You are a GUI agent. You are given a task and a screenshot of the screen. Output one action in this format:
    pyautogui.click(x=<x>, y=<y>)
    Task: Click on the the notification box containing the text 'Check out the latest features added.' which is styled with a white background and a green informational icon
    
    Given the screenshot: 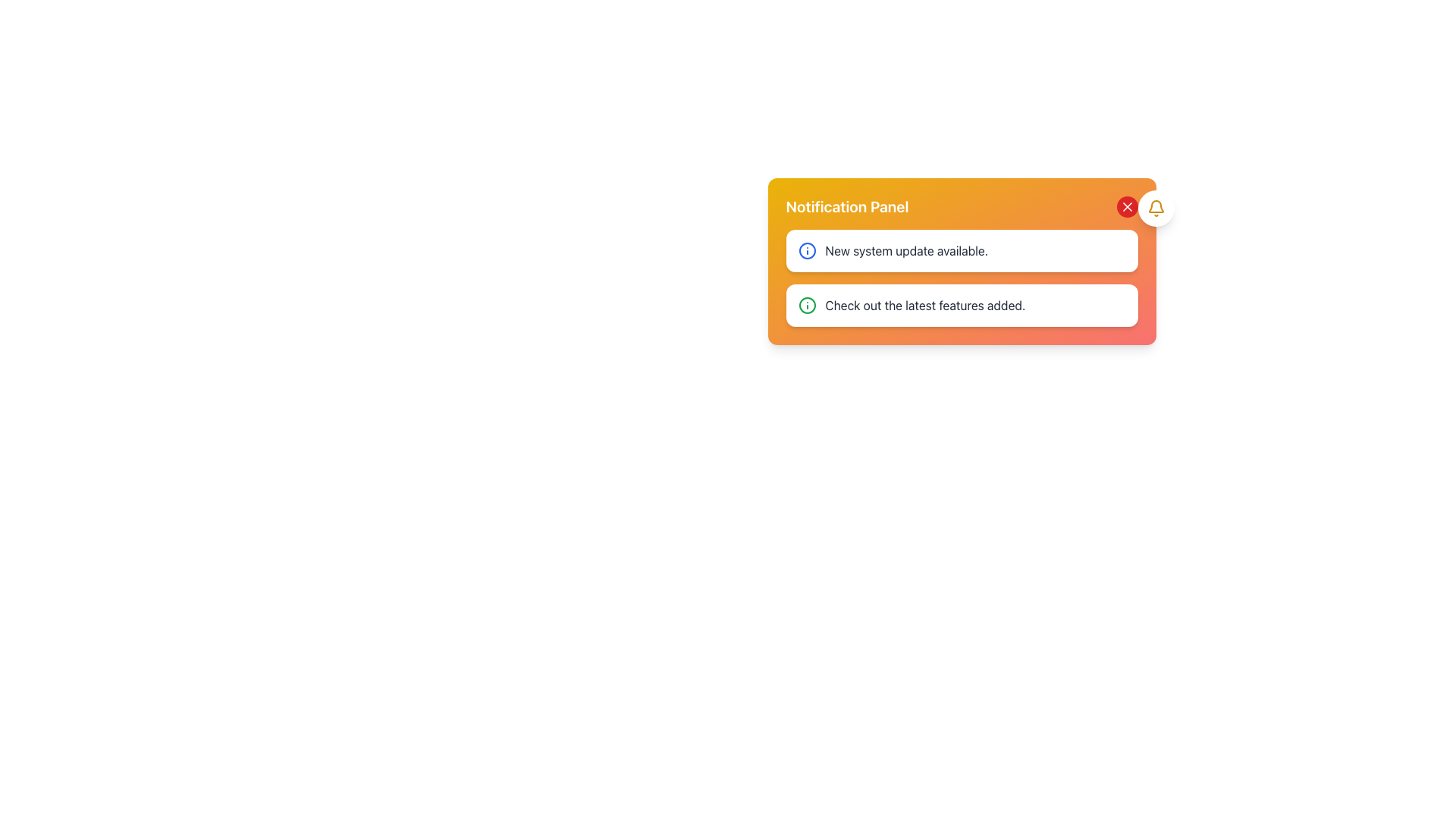 What is the action you would take?
    pyautogui.click(x=961, y=305)
    